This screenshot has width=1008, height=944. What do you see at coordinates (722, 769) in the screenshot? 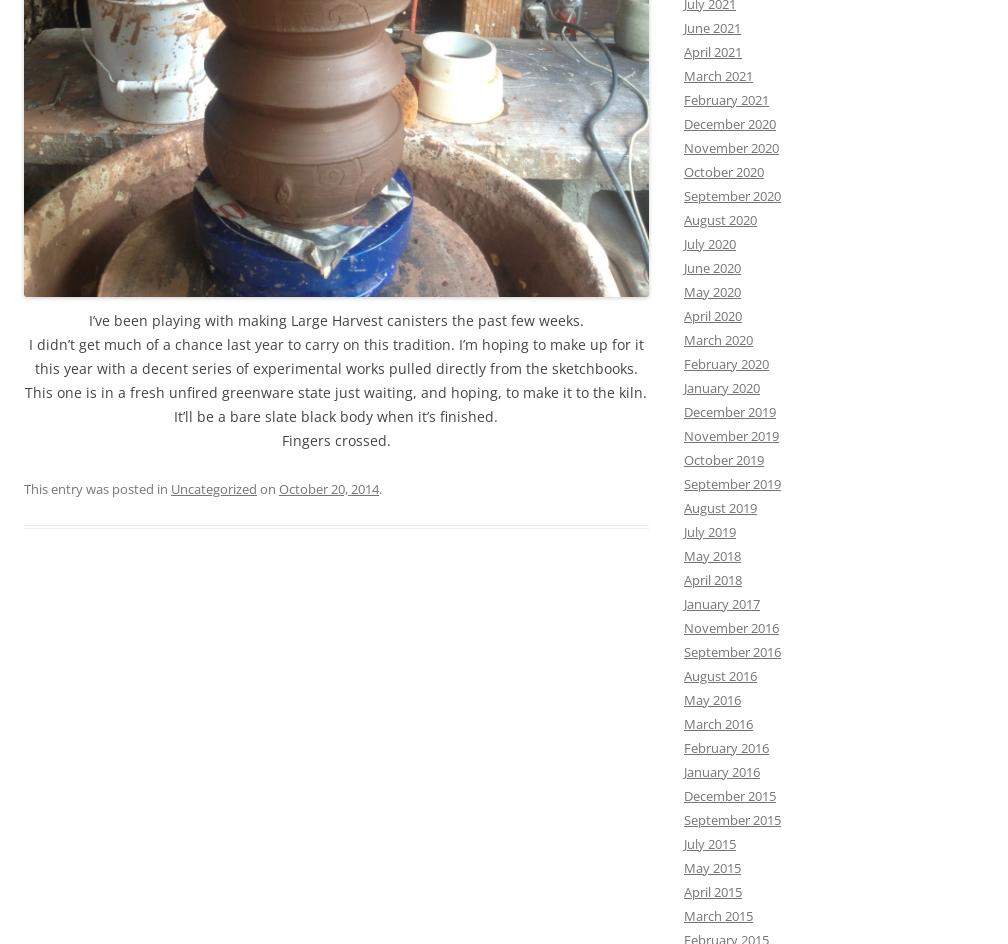
I see `'January 2016'` at bounding box center [722, 769].